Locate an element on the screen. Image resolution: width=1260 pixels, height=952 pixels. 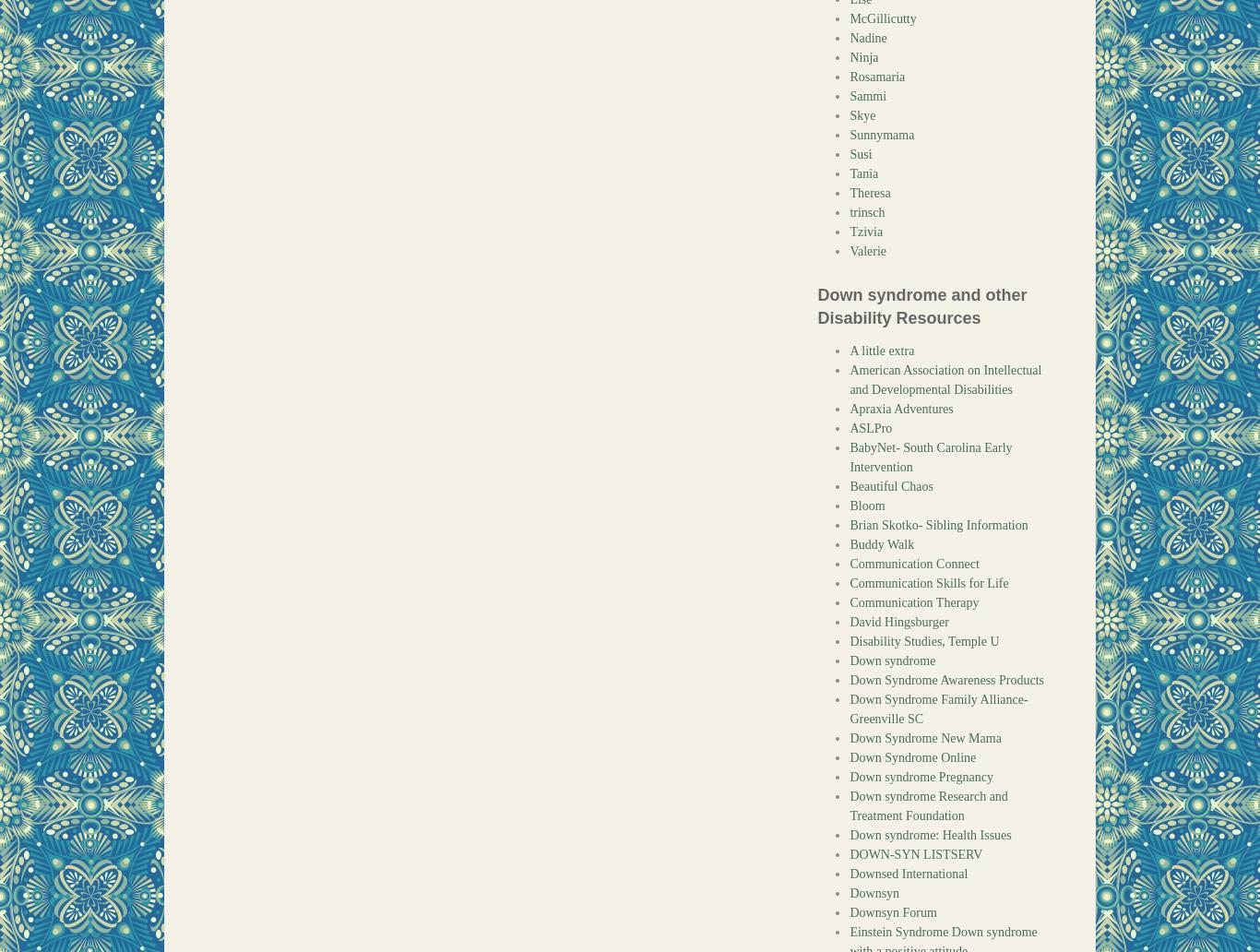
'Sammi' is located at coordinates (849, 96).